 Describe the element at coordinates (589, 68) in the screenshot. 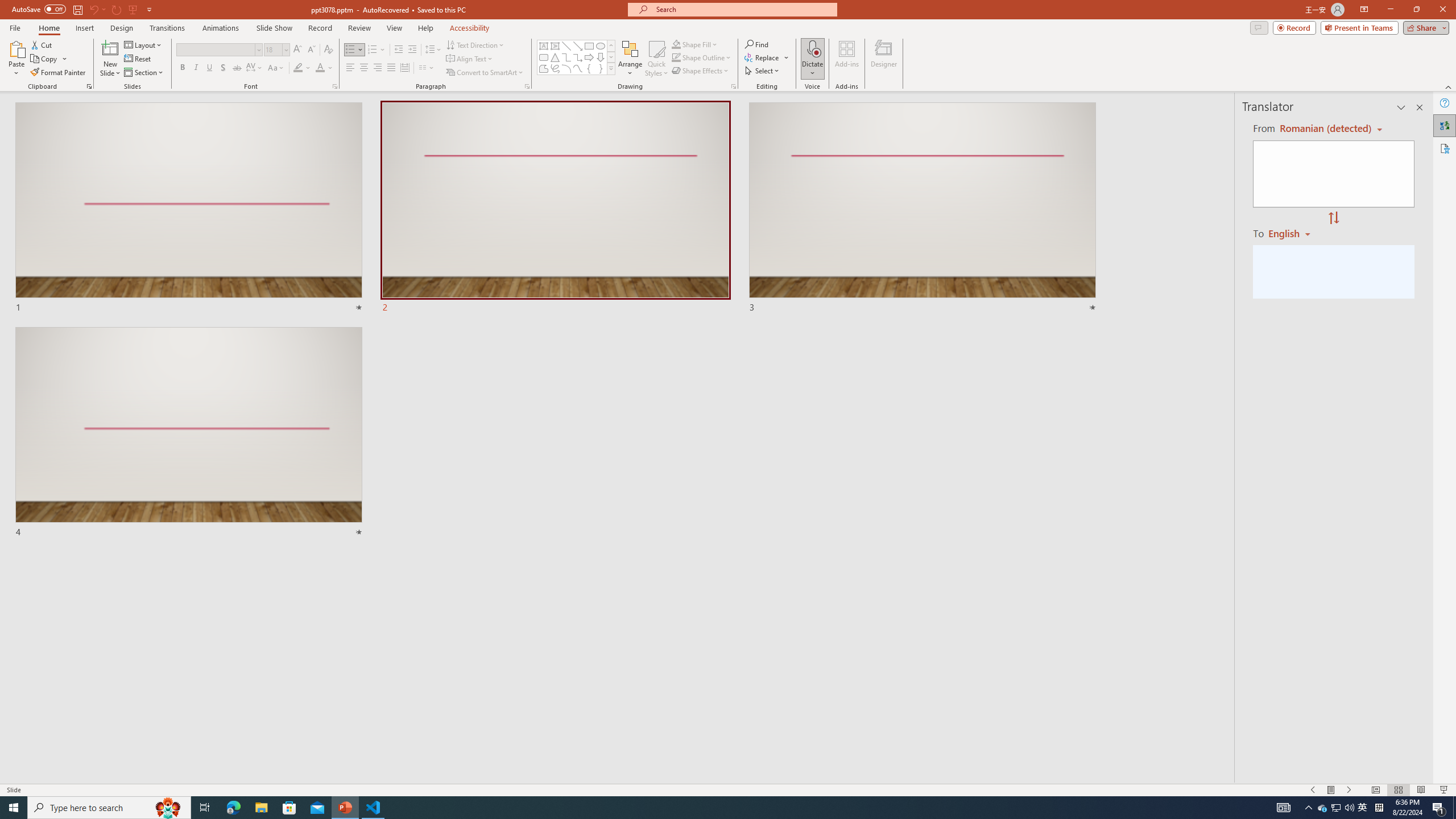

I see `'Left Brace'` at that location.